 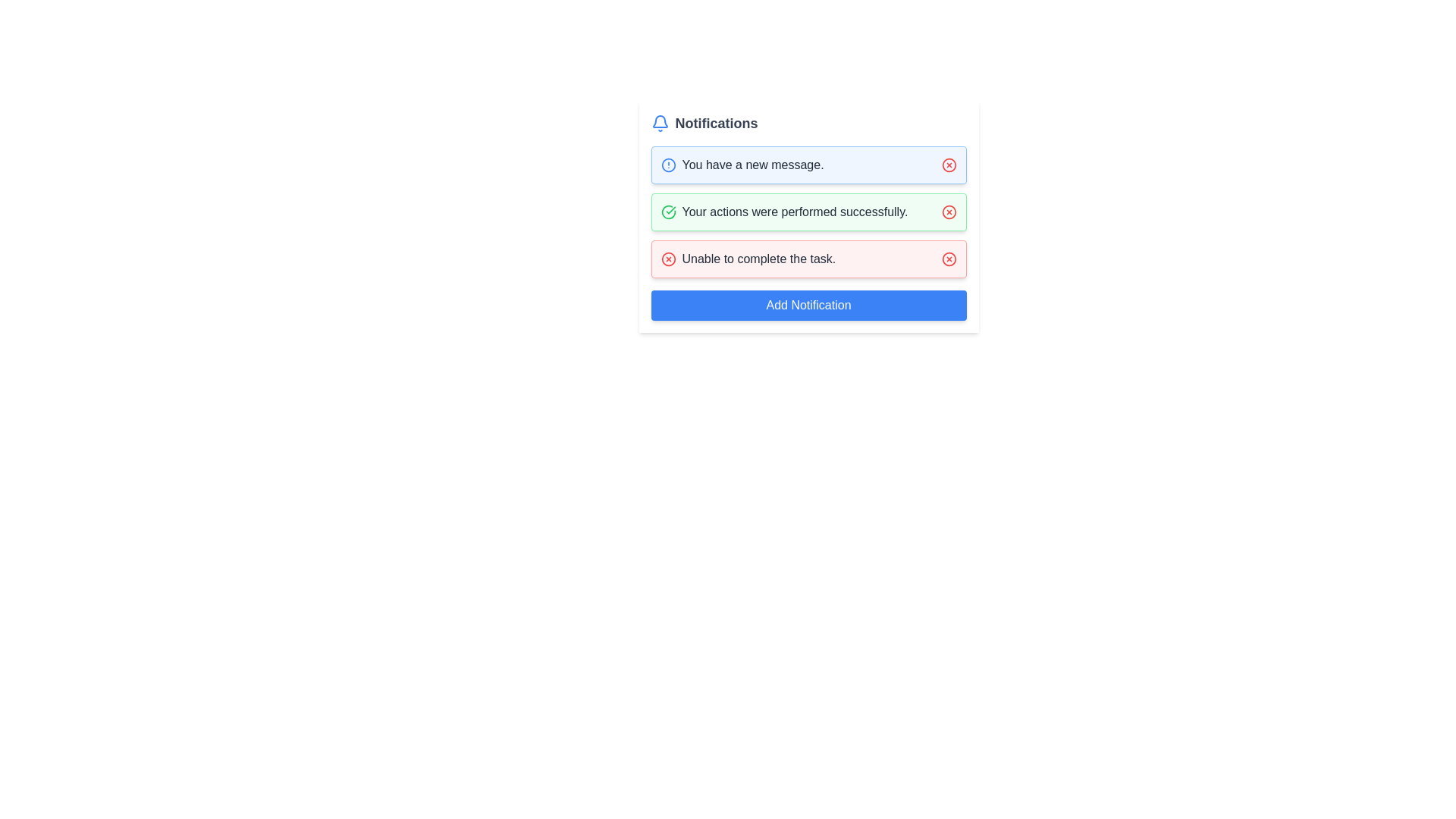 What do you see at coordinates (748, 259) in the screenshot?
I see `error notification message displayed as the third item in the notification list` at bounding box center [748, 259].